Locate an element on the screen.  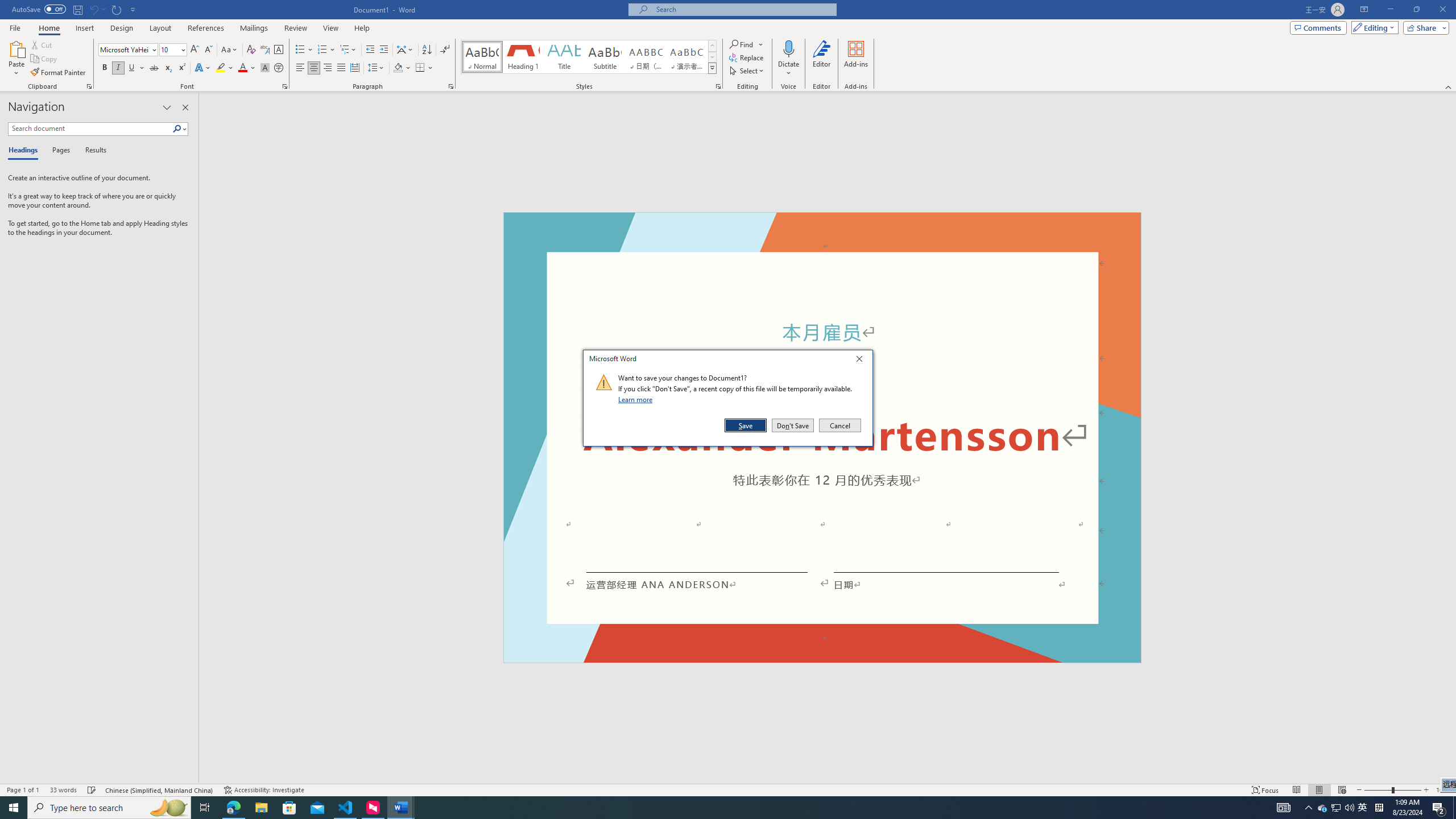
'Format Painter' is located at coordinates (58, 72).